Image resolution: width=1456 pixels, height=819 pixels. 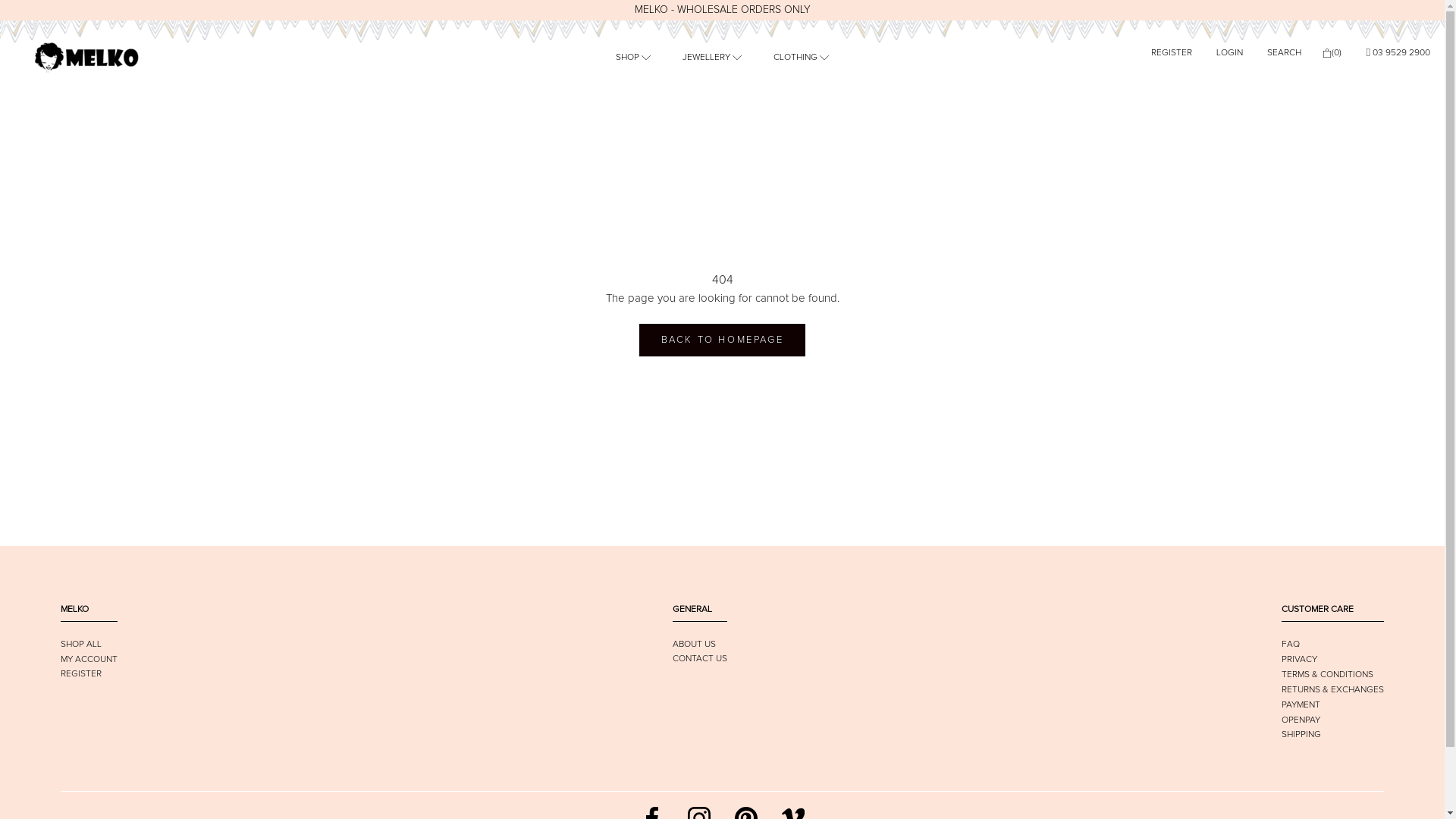 I want to click on 'LOGIN', so click(x=1229, y=52).